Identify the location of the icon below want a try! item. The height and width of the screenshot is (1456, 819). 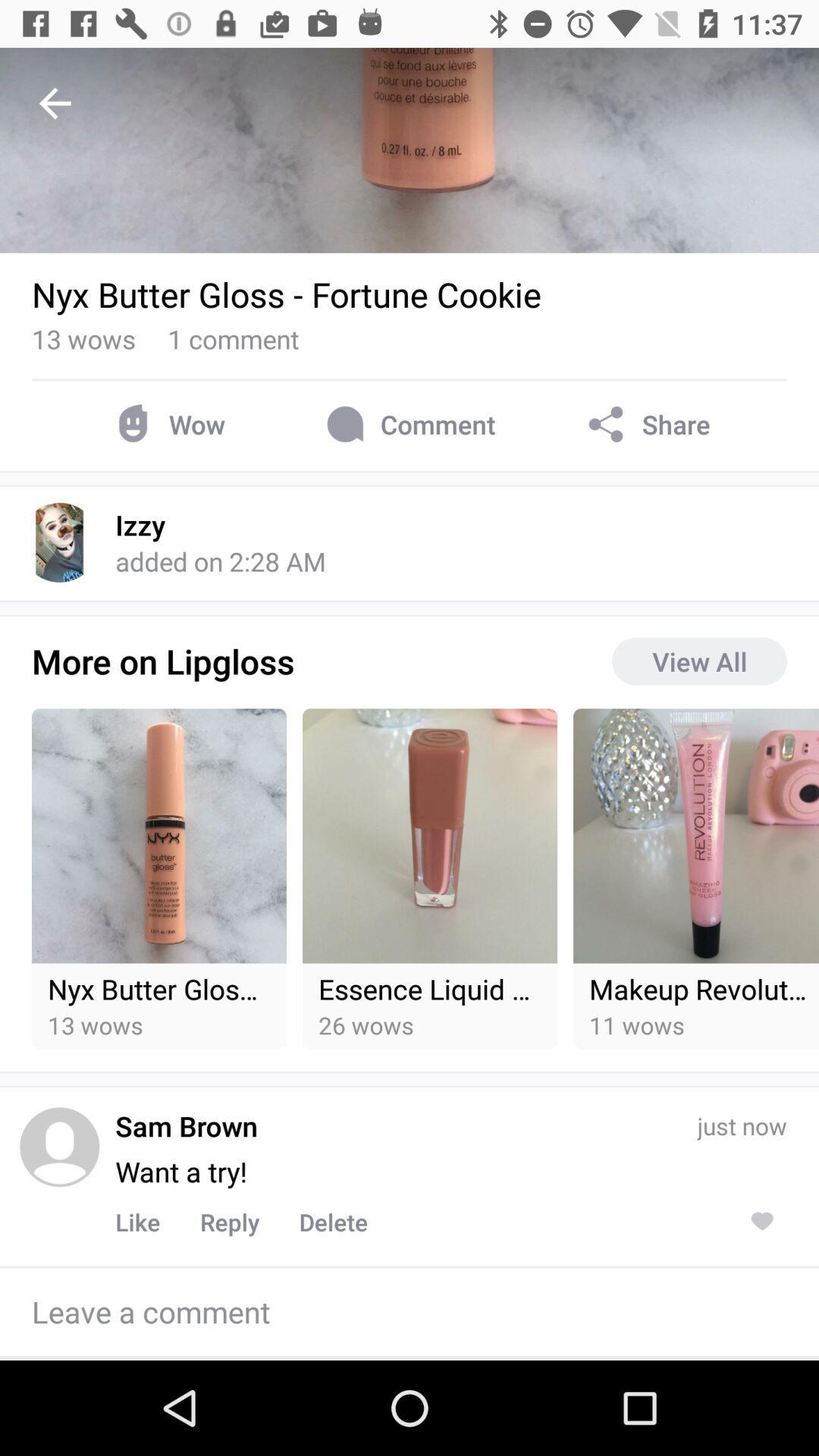
(230, 1222).